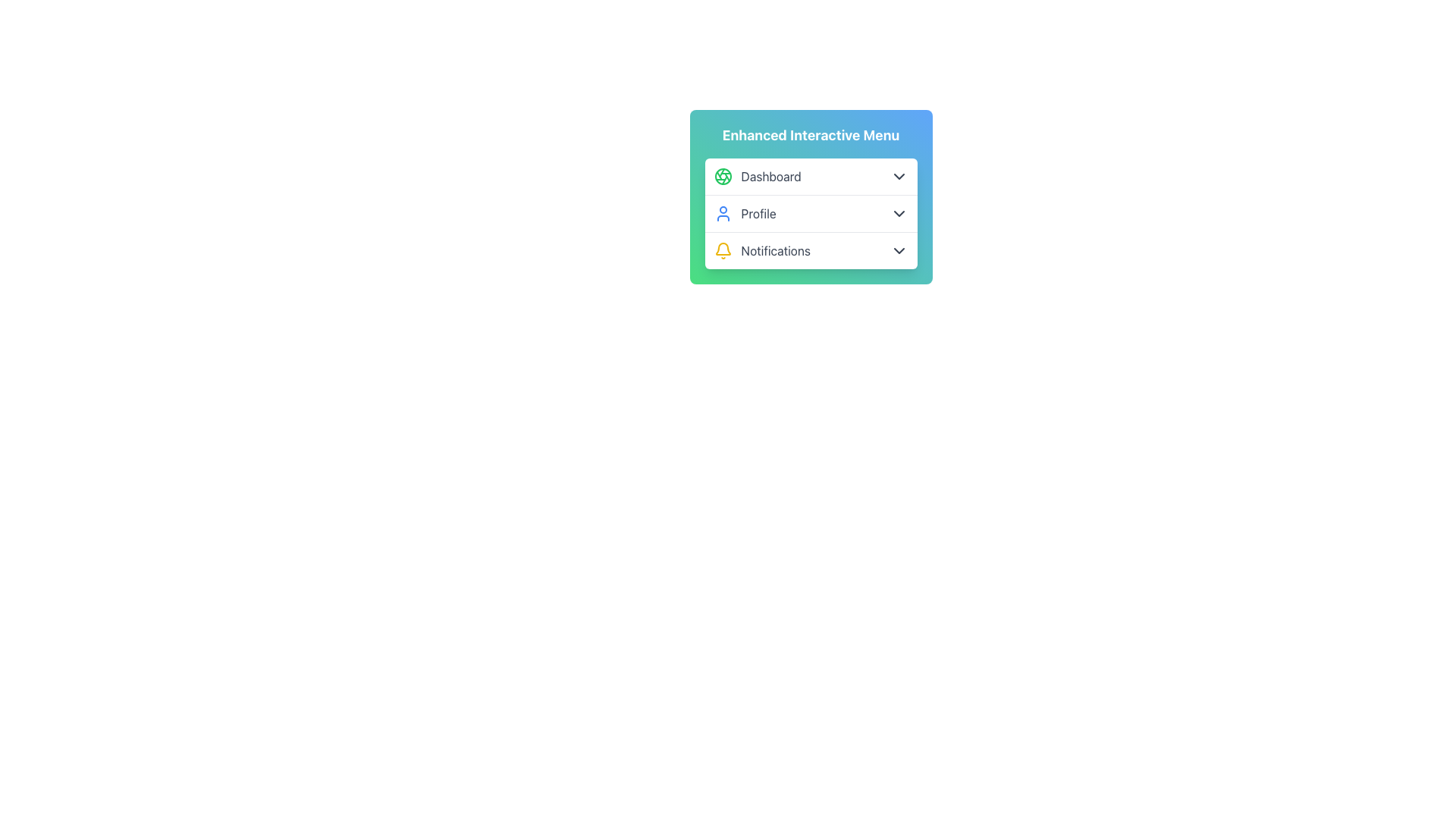 The width and height of the screenshot is (1456, 819). I want to click on the dropdown icon located at the top-right corner of the 'Profile' row in the vertical menu, so click(899, 213).